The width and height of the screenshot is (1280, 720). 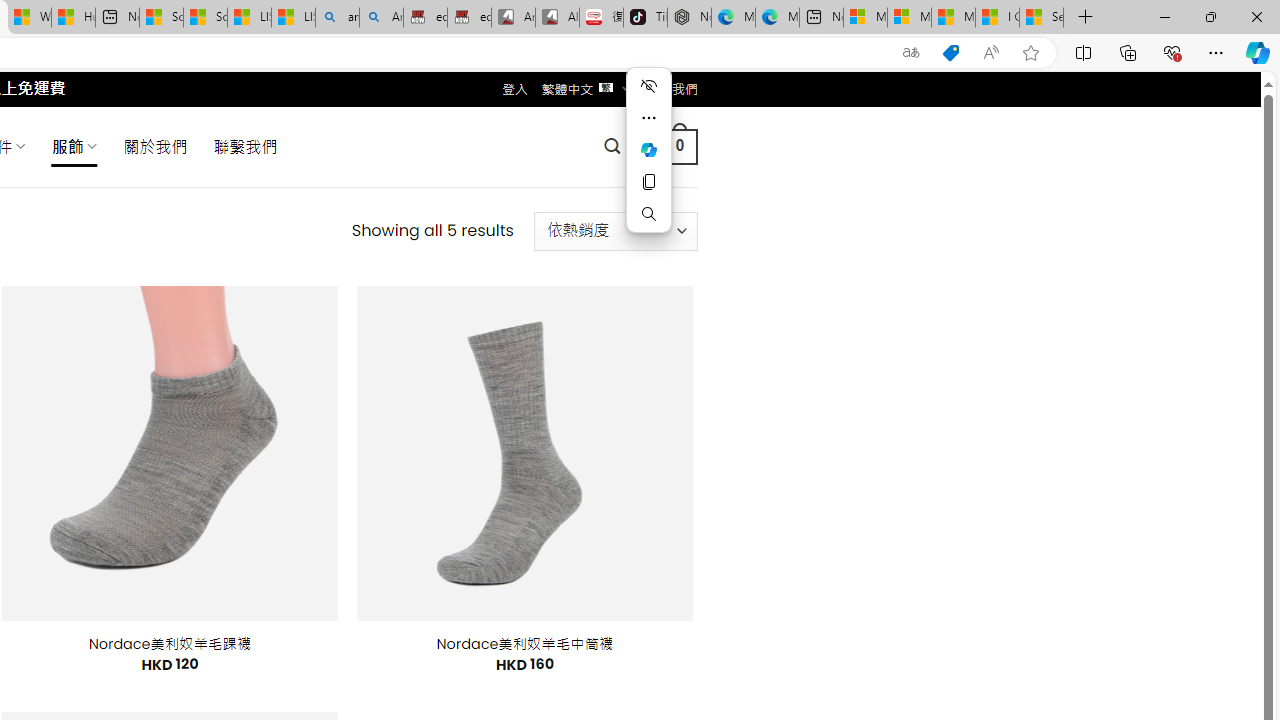 What do you see at coordinates (1085, 17) in the screenshot?
I see `'New Tab'` at bounding box center [1085, 17].